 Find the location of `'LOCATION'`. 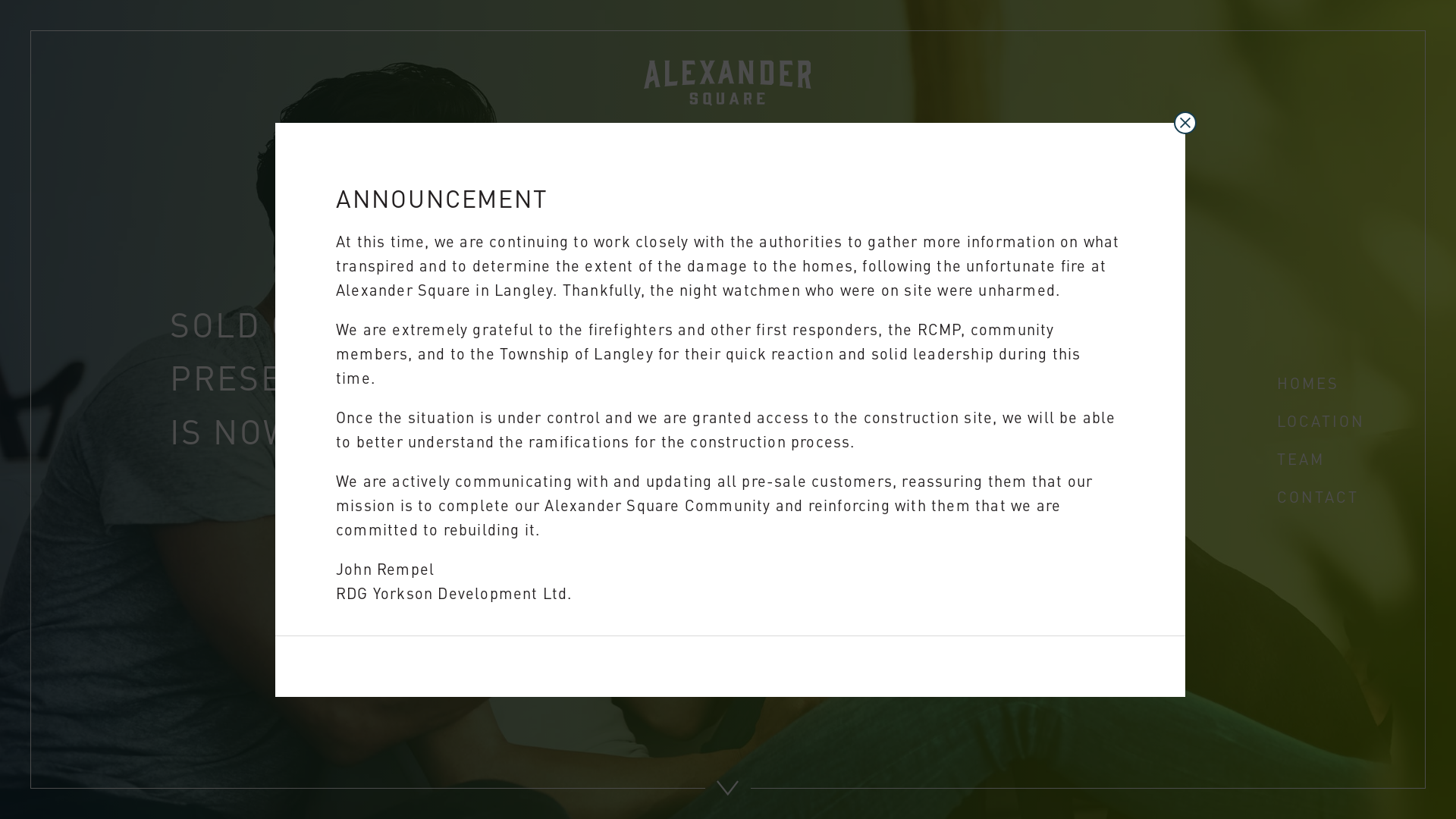

'LOCATION' is located at coordinates (1320, 420).